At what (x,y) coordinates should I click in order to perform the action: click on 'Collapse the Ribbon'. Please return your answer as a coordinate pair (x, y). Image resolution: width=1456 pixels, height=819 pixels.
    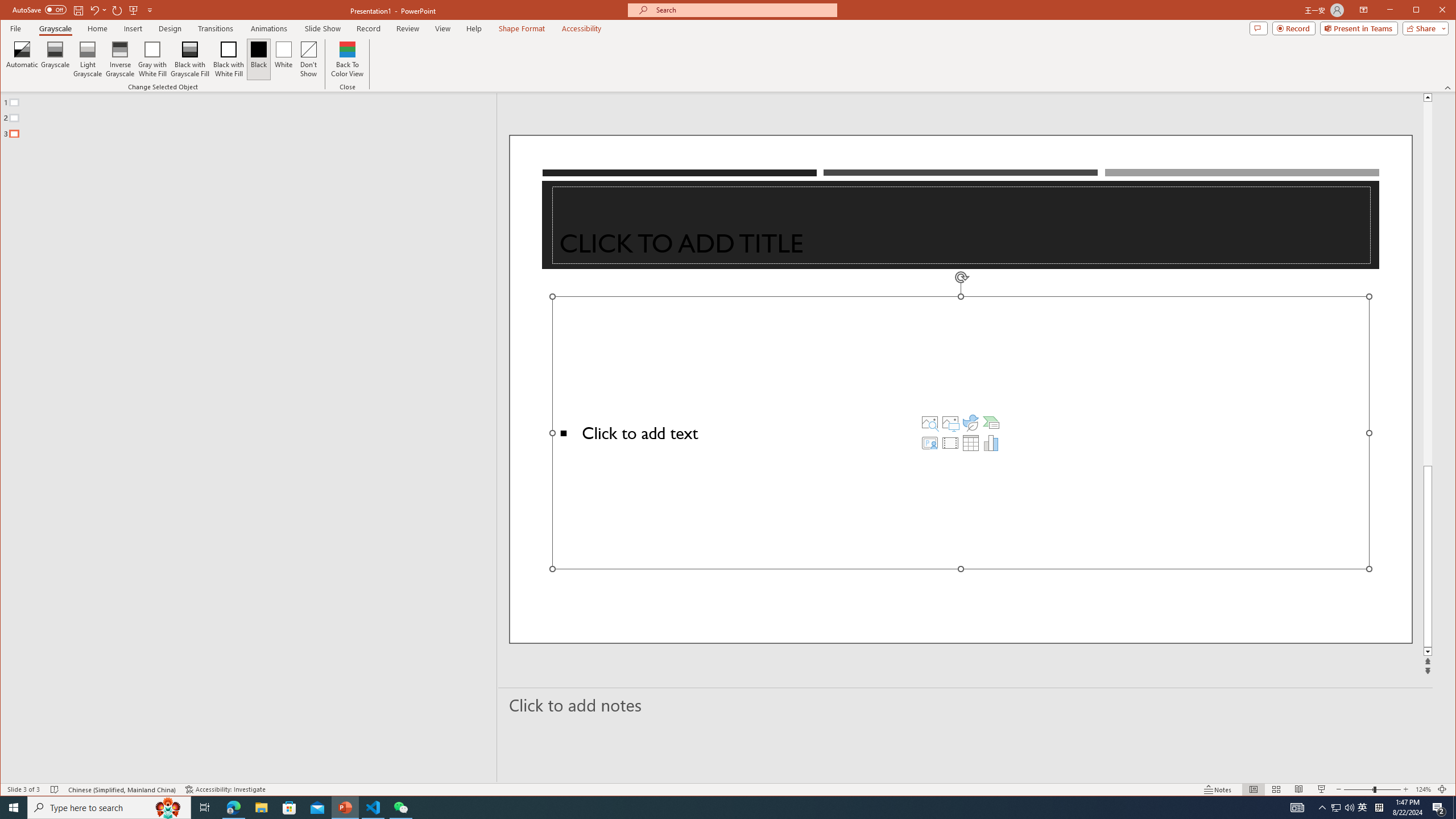
    Looking at the image, I should click on (1449, 87).